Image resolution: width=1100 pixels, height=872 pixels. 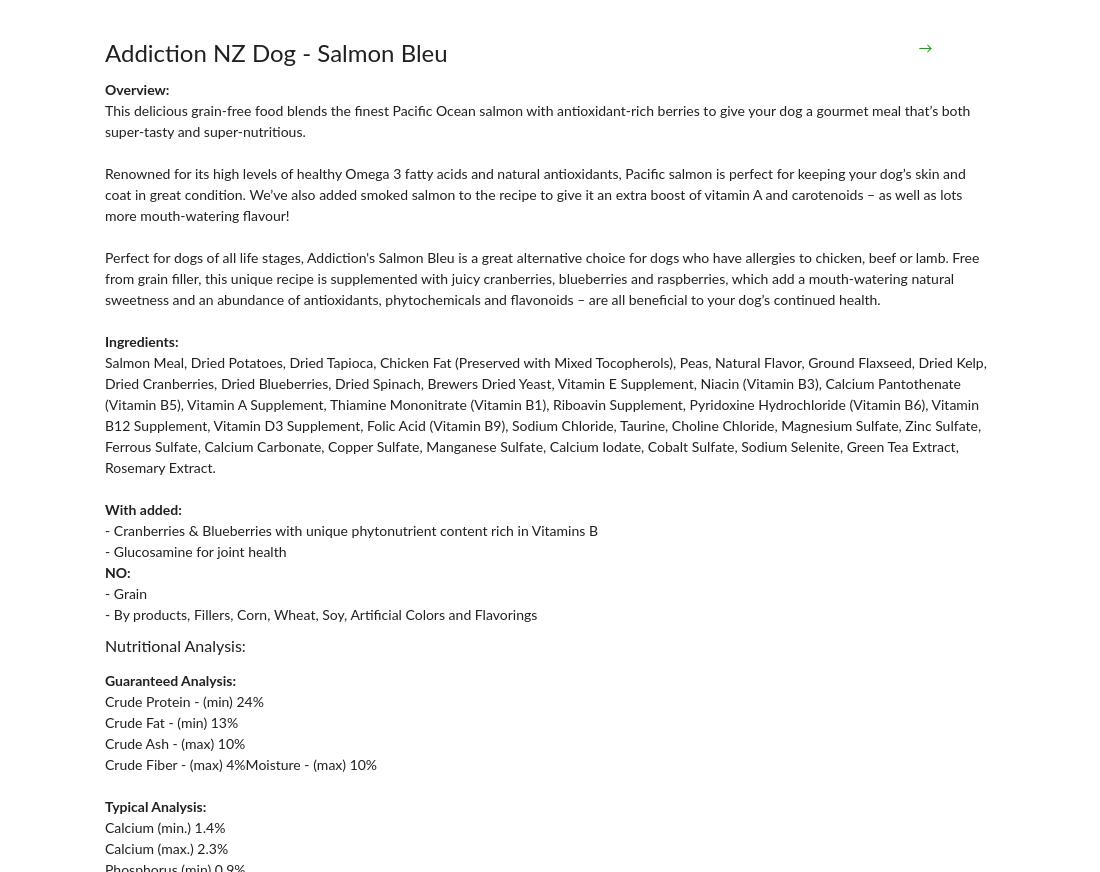 I want to click on 'Guaranteed Analysis:', so click(x=169, y=680).